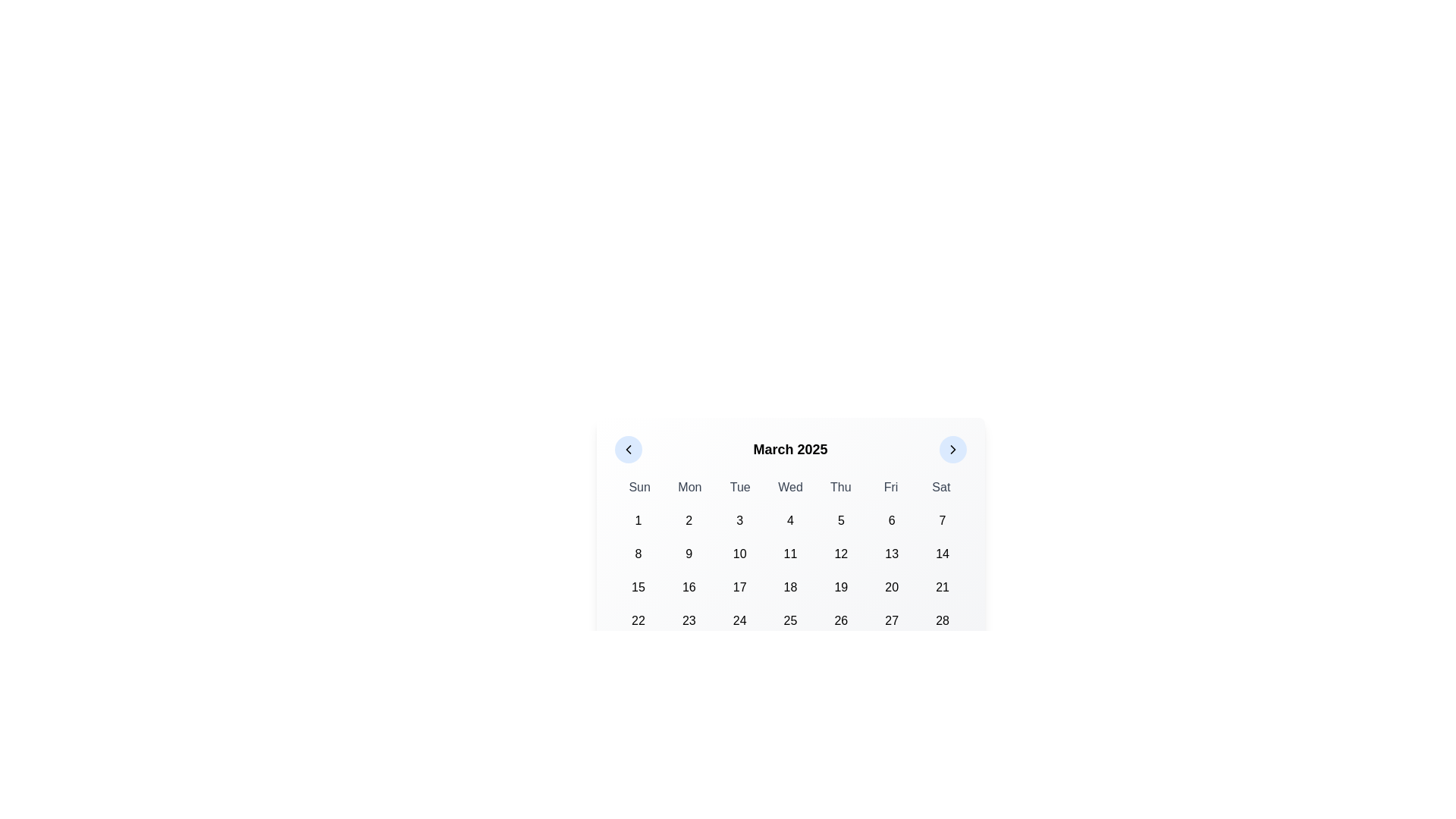  Describe the element at coordinates (688, 620) in the screenshot. I see `the selectable date button located in the second cell of the sixth row under the 'Mon' header in the calendar interface` at that location.